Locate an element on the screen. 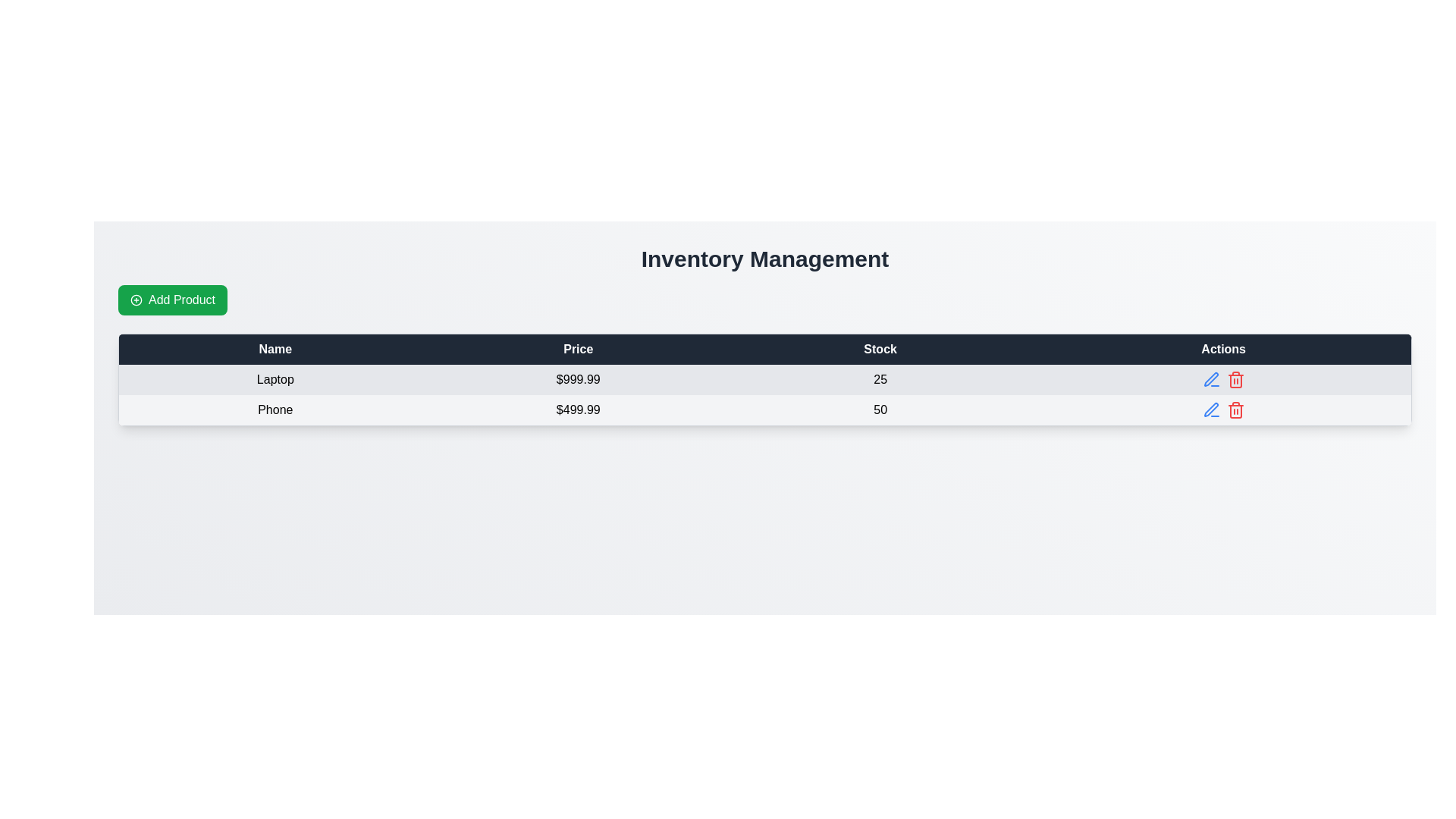 The image size is (1456, 819). the green 'Add Product' button with rounded corners and a circular plus icon, located below the 'Inventory Management' header is located at coordinates (173, 300).